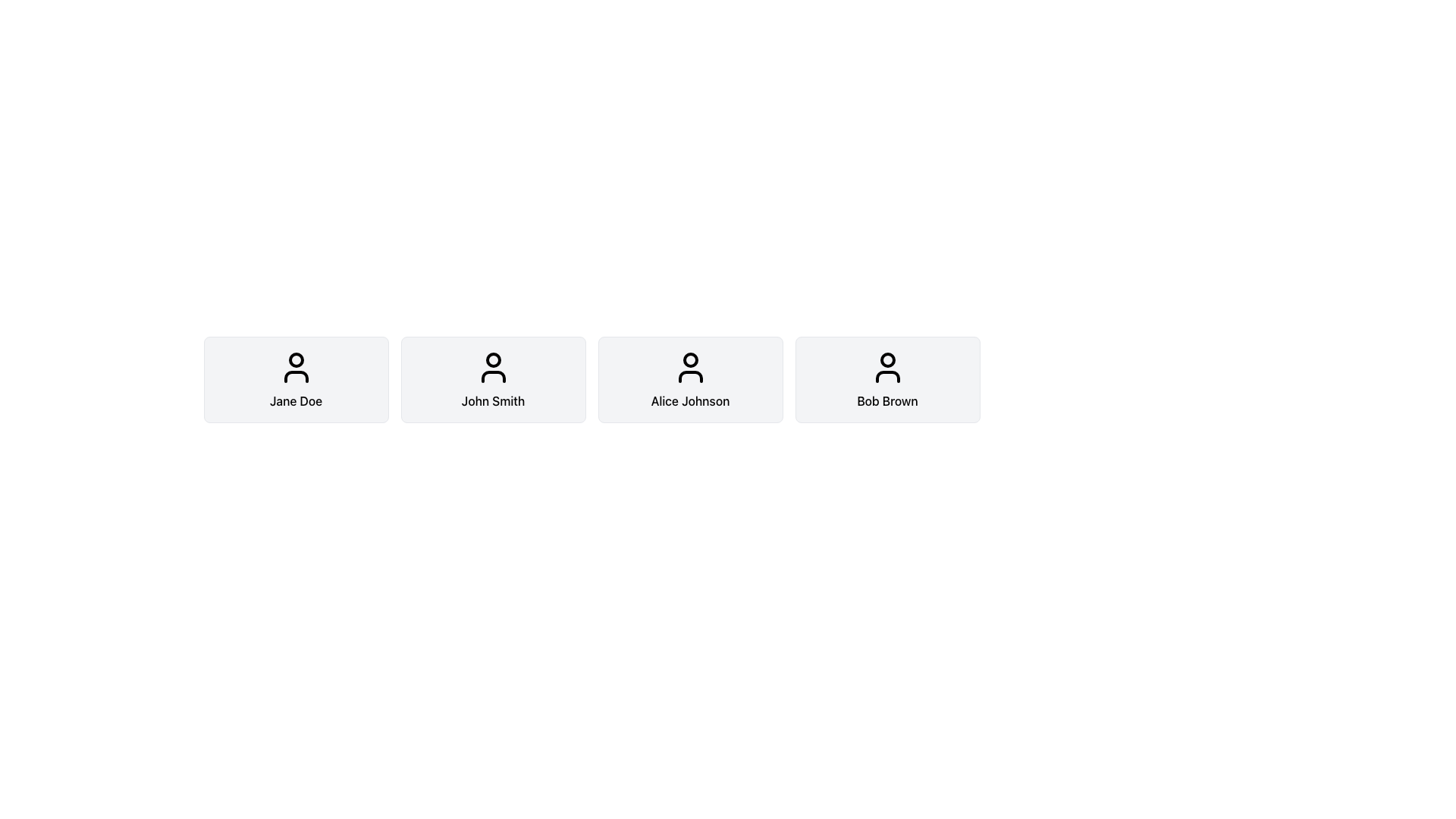  I want to click on the Vector Graphic Element representing the lower body of the user profile icon for 'Jane Doe', which is positioned directly below the head shape in the SVG illustration, so click(296, 376).